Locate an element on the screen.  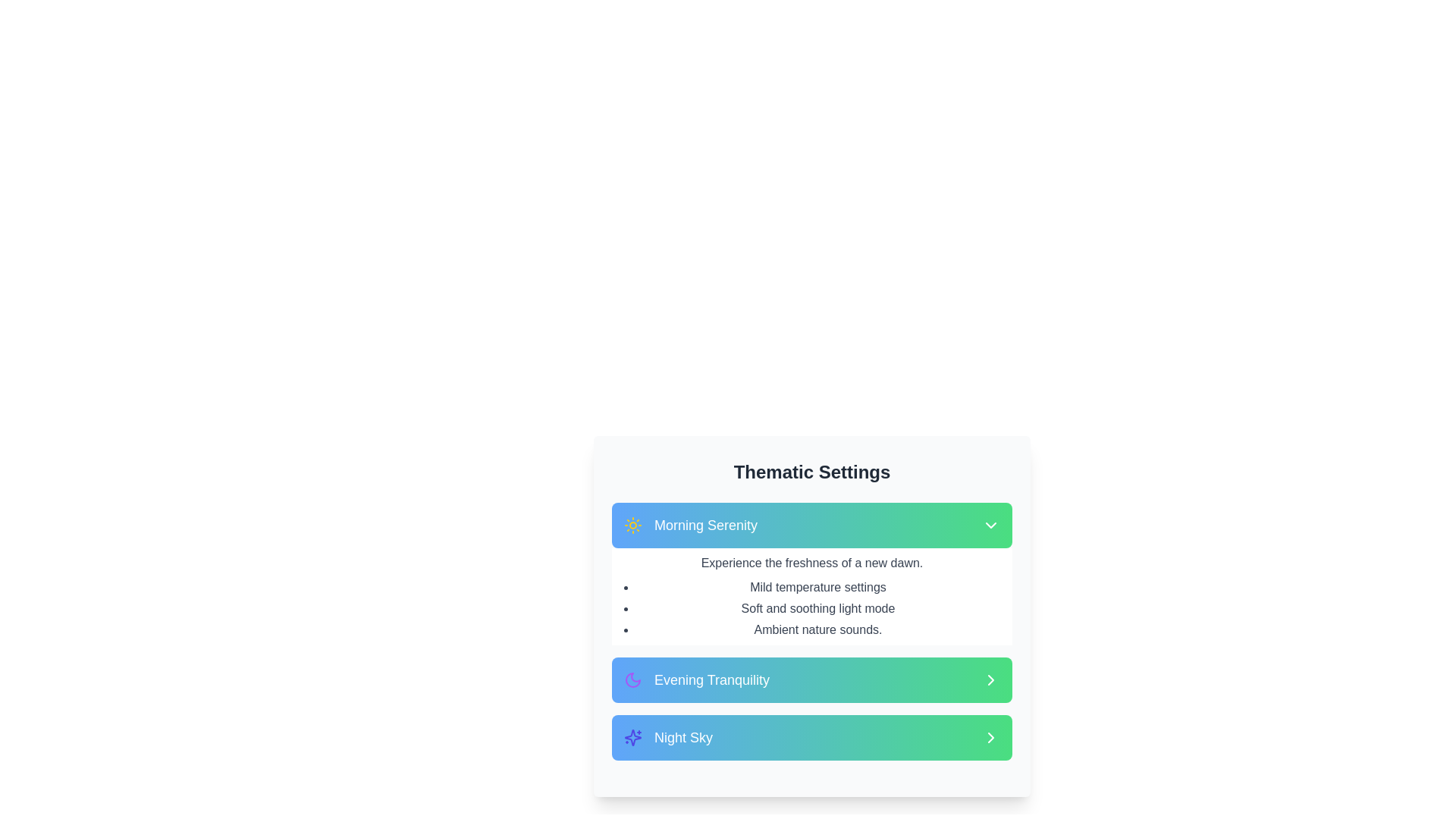
the introductory text element for the 'Morning Serenity' section, which provides an overview of the section's purpose and is located directly below the header 'Morning Serenity' is located at coordinates (811, 563).